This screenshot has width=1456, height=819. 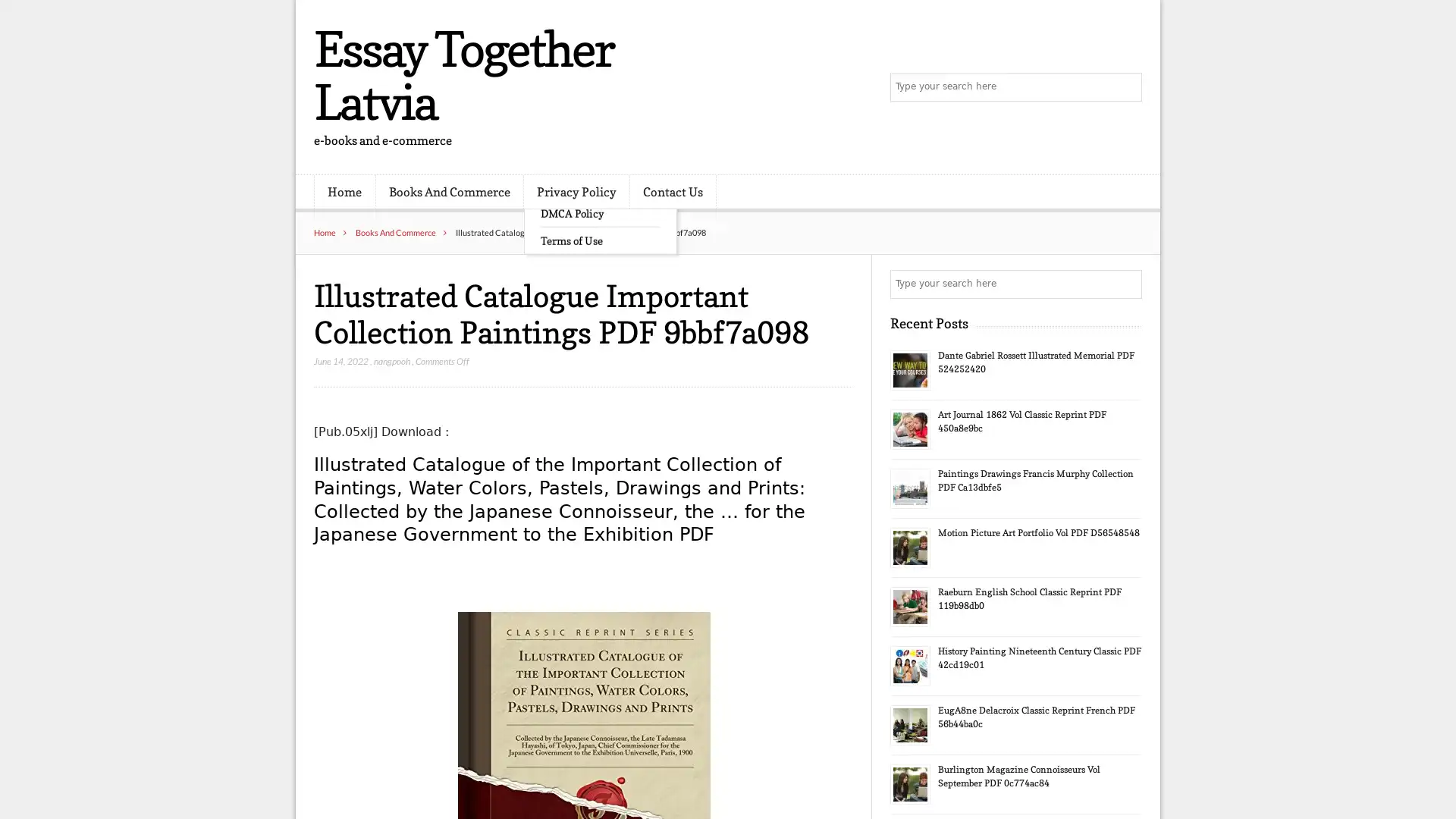 I want to click on Search, so click(x=1126, y=87).